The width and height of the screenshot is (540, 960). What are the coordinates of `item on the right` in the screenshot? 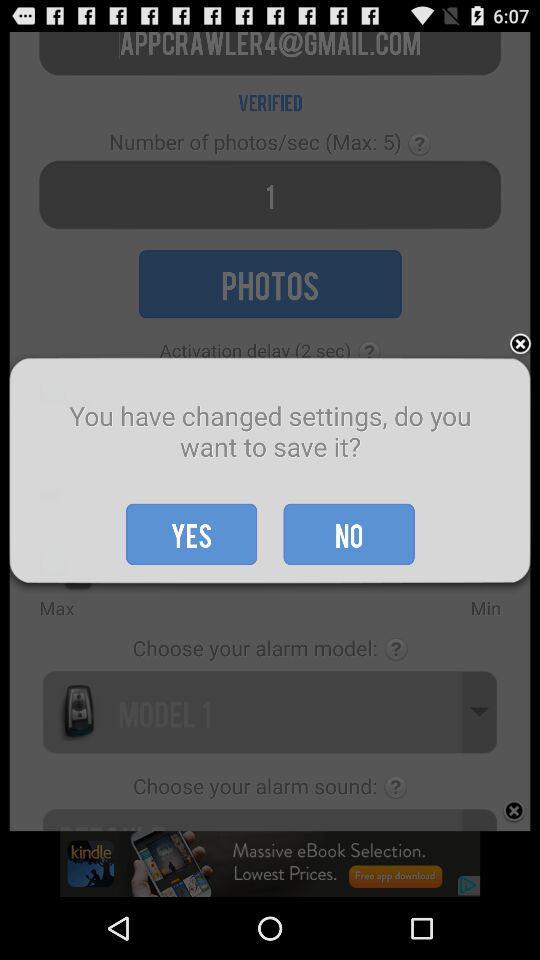 It's located at (520, 345).